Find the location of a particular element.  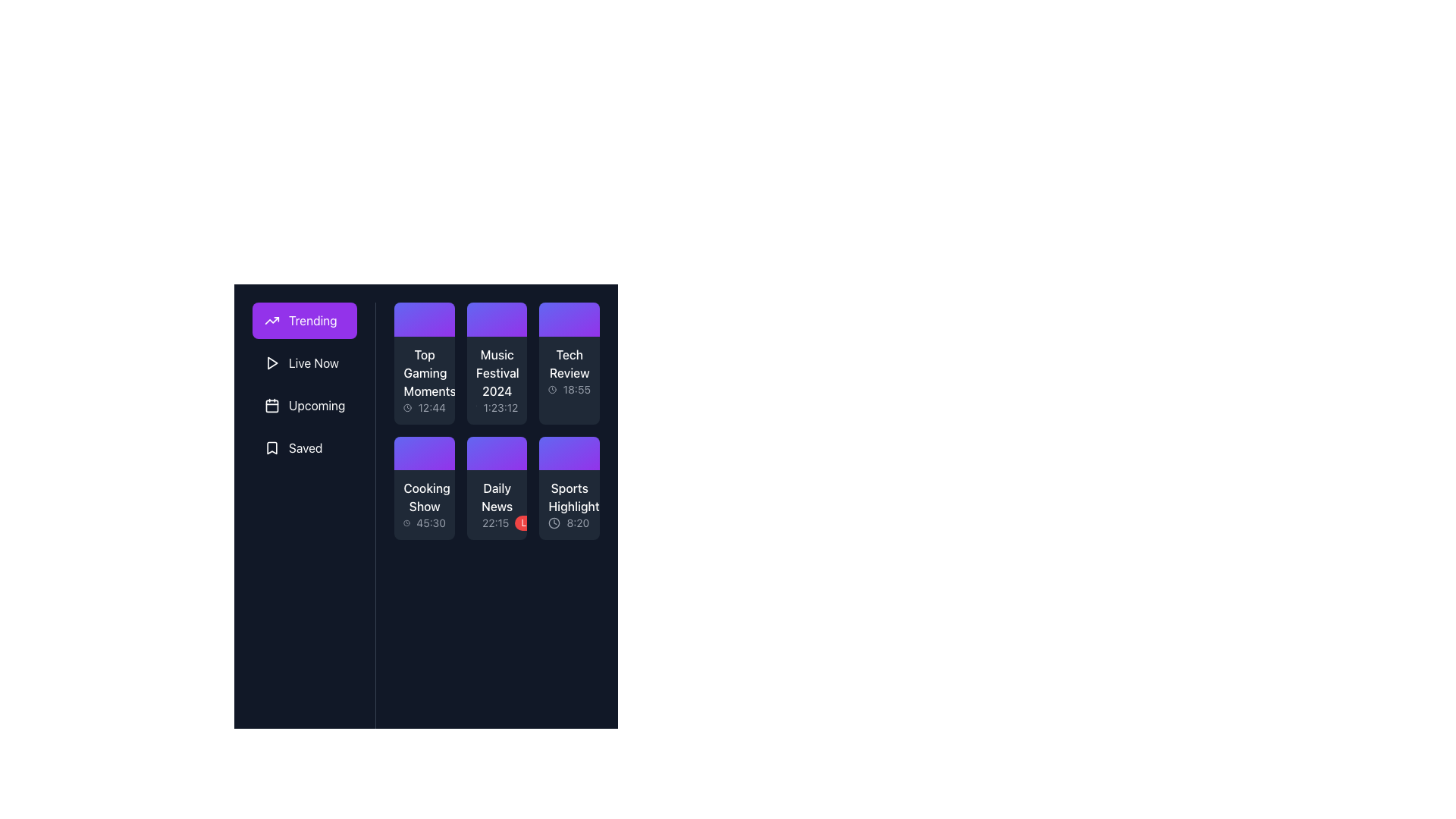

the 'Live Now' text label located in the left sidebar navigation menu, below the 'Trending' button is located at coordinates (312, 362).